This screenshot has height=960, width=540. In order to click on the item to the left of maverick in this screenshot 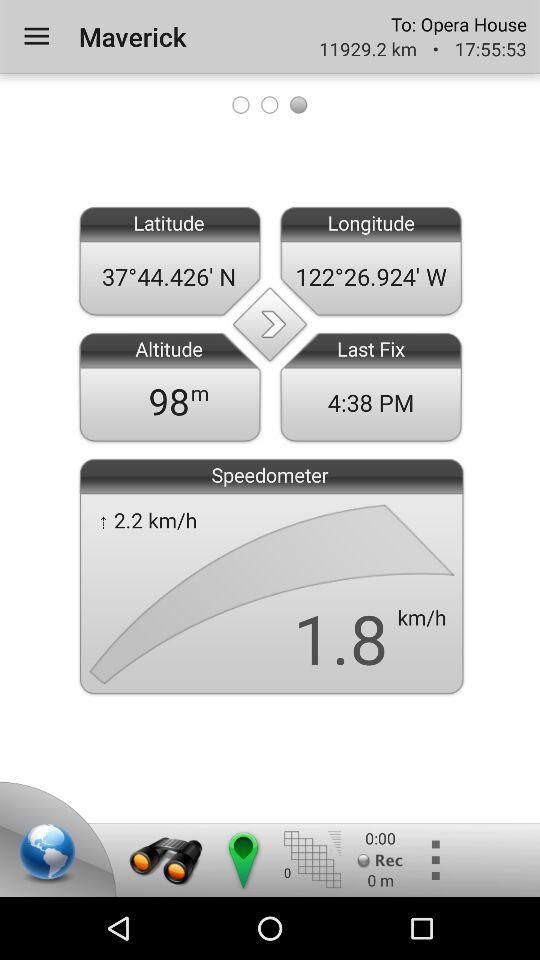, I will do `click(36, 35)`.